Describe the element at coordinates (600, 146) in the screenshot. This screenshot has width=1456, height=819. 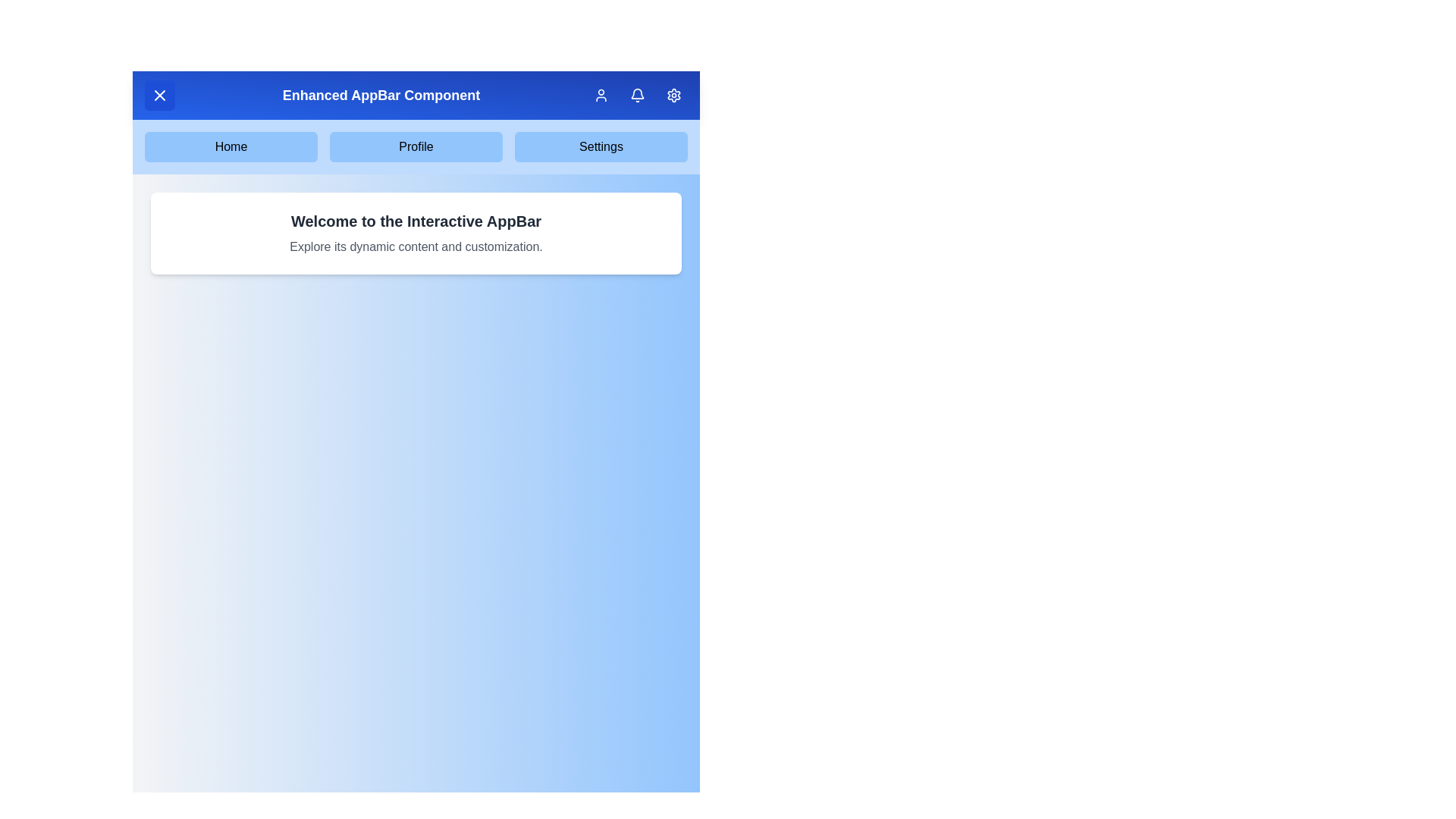
I see `the Settings navigation menu item` at that location.